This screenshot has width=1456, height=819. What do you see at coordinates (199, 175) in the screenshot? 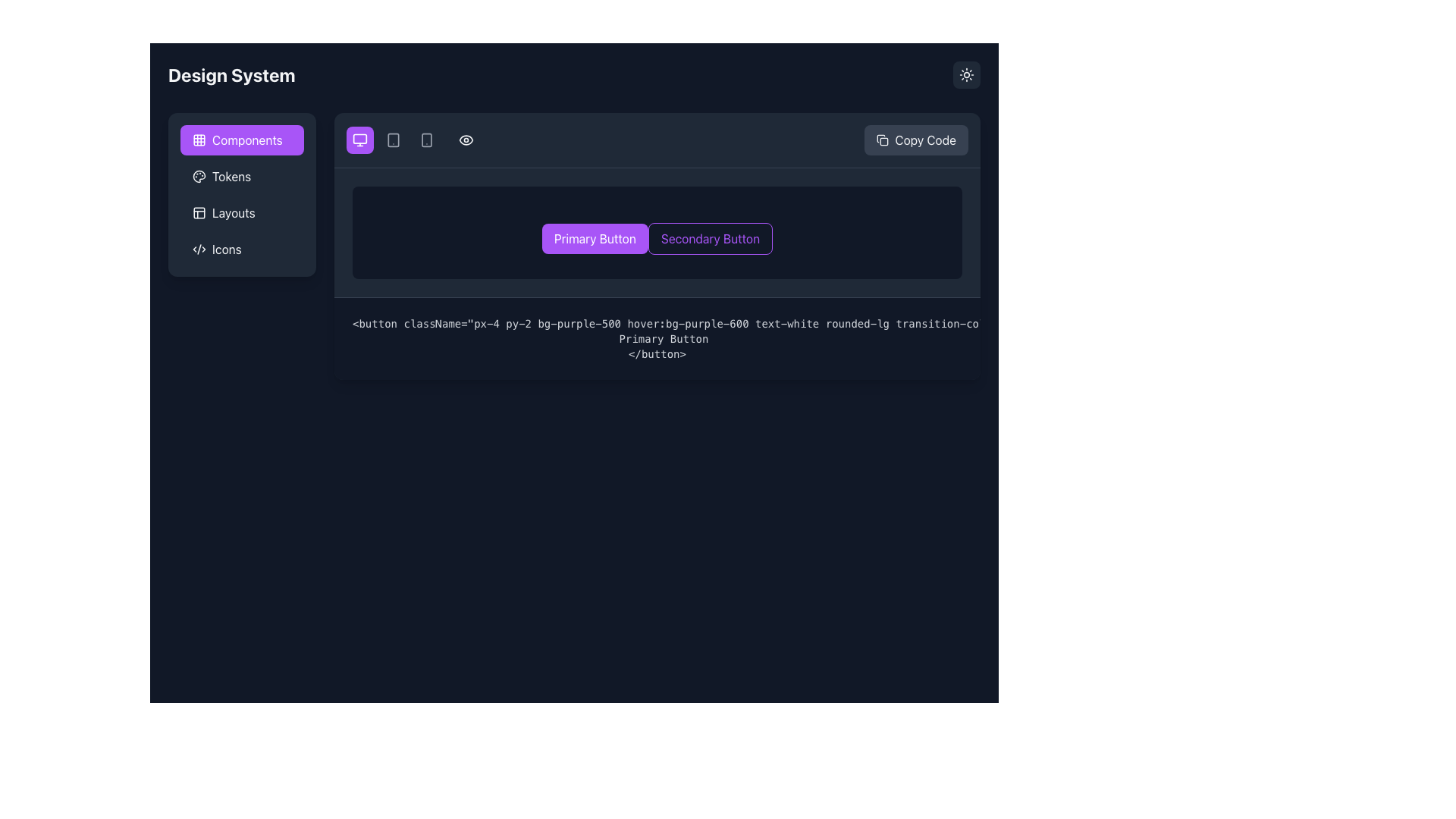
I see `the palette icon located in the left-side navigation panel next to the 'tokens' text label` at bounding box center [199, 175].